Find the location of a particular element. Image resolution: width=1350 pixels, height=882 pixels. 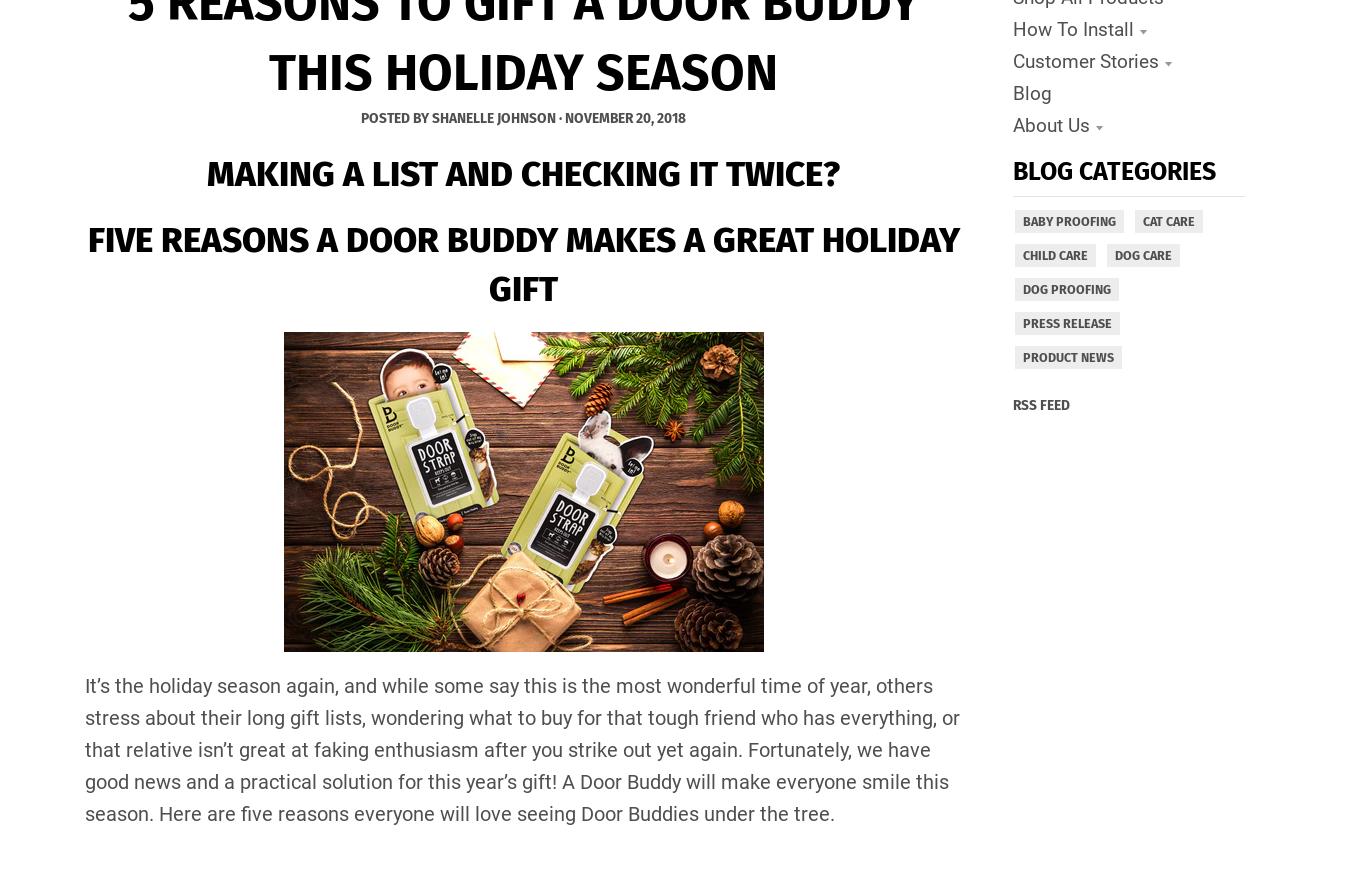

'Blog' is located at coordinates (1031, 92).